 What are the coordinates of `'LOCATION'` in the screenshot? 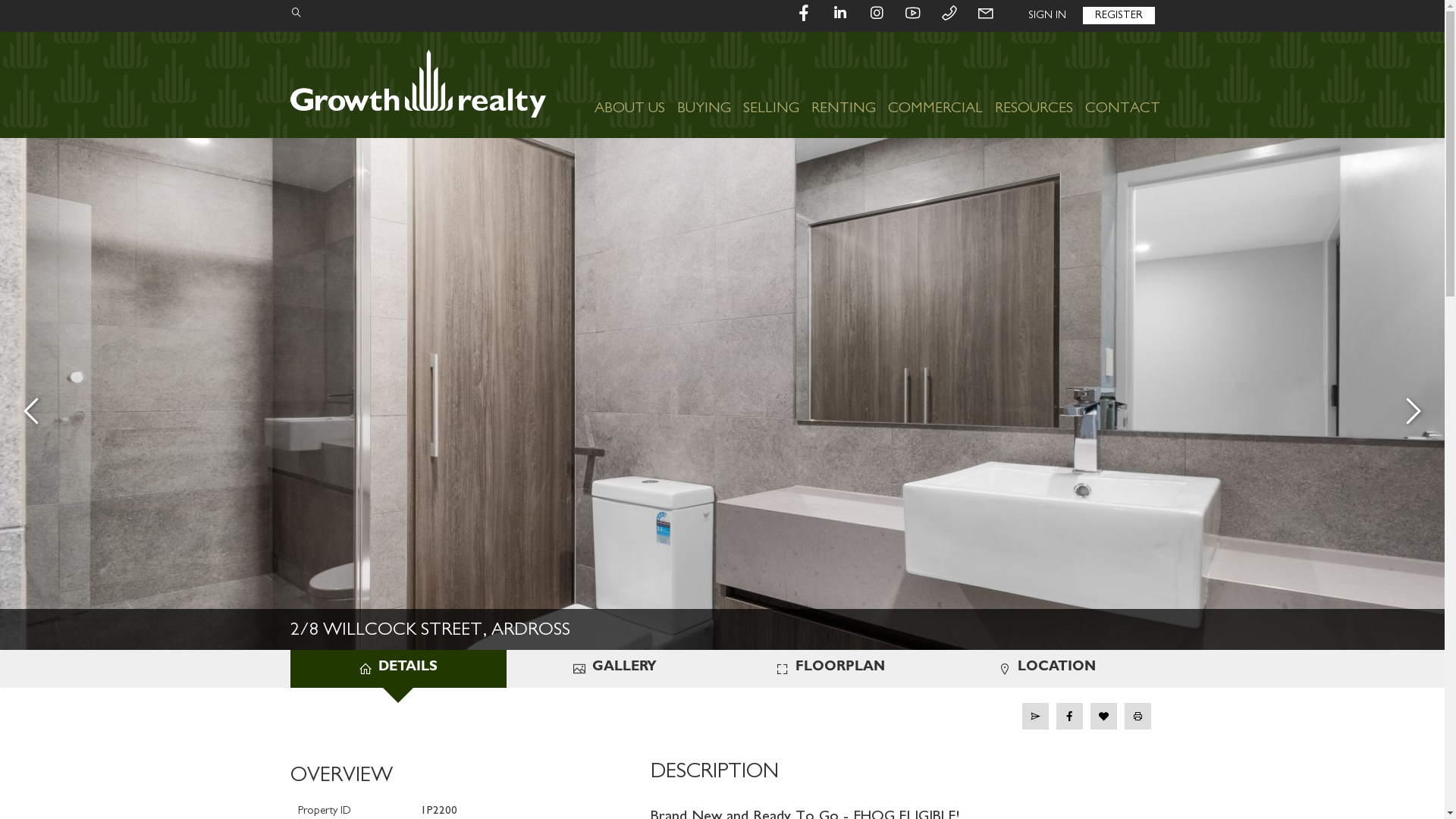 It's located at (1046, 668).